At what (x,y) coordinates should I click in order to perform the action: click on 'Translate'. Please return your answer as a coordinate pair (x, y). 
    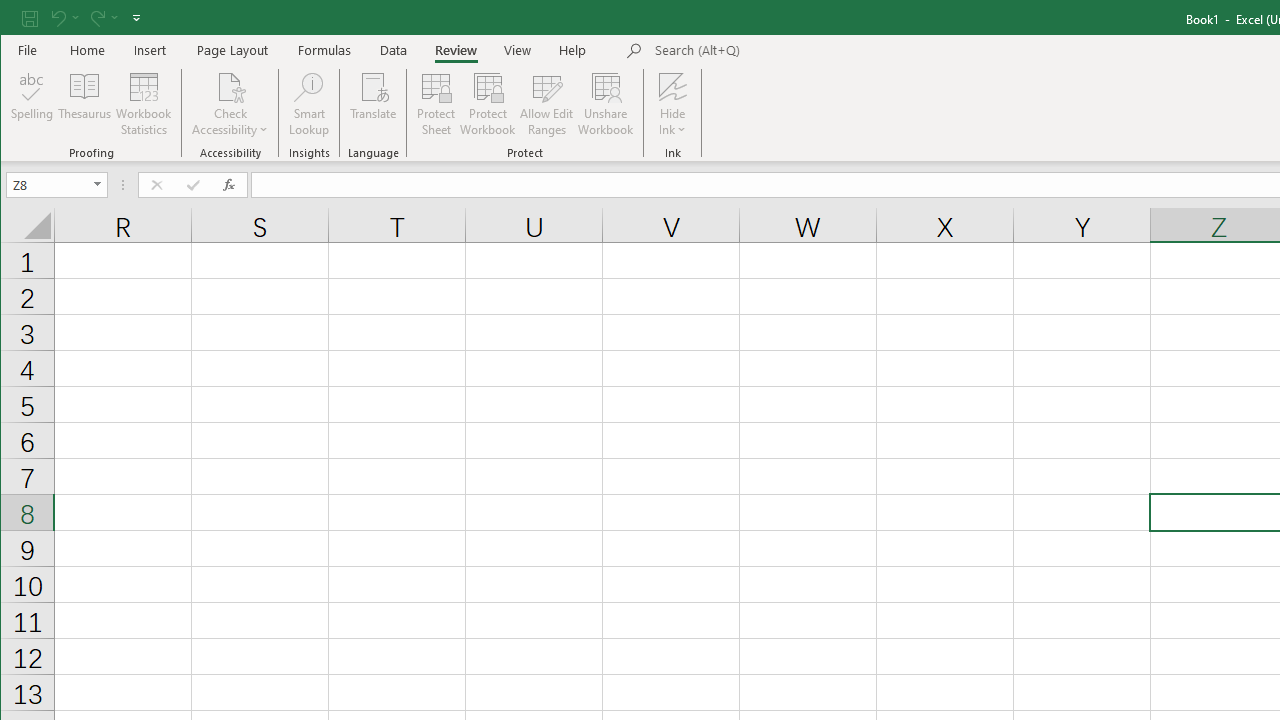
    Looking at the image, I should click on (373, 104).